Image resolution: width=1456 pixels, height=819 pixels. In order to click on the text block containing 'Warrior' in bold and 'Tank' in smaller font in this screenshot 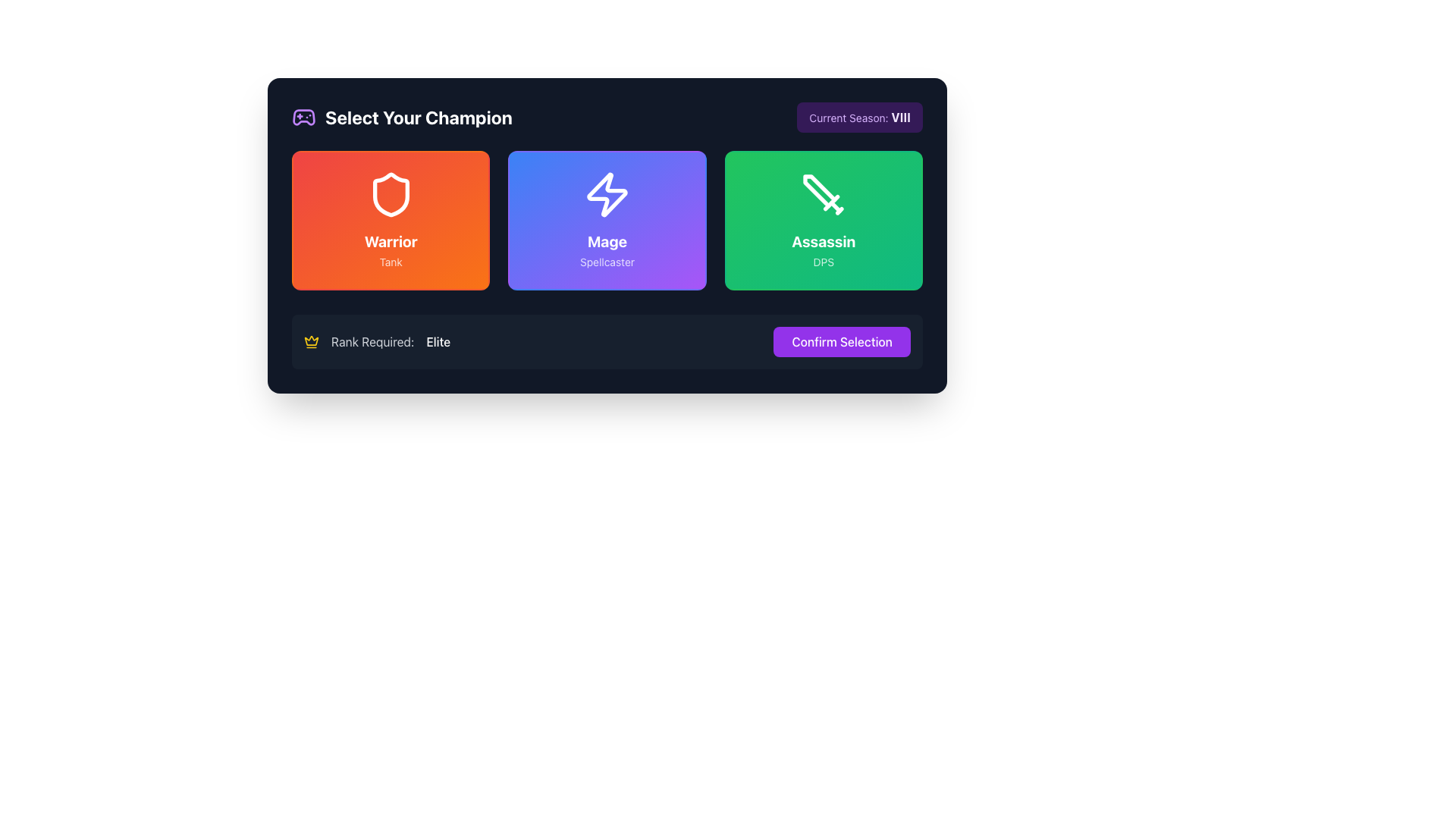, I will do `click(391, 250)`.